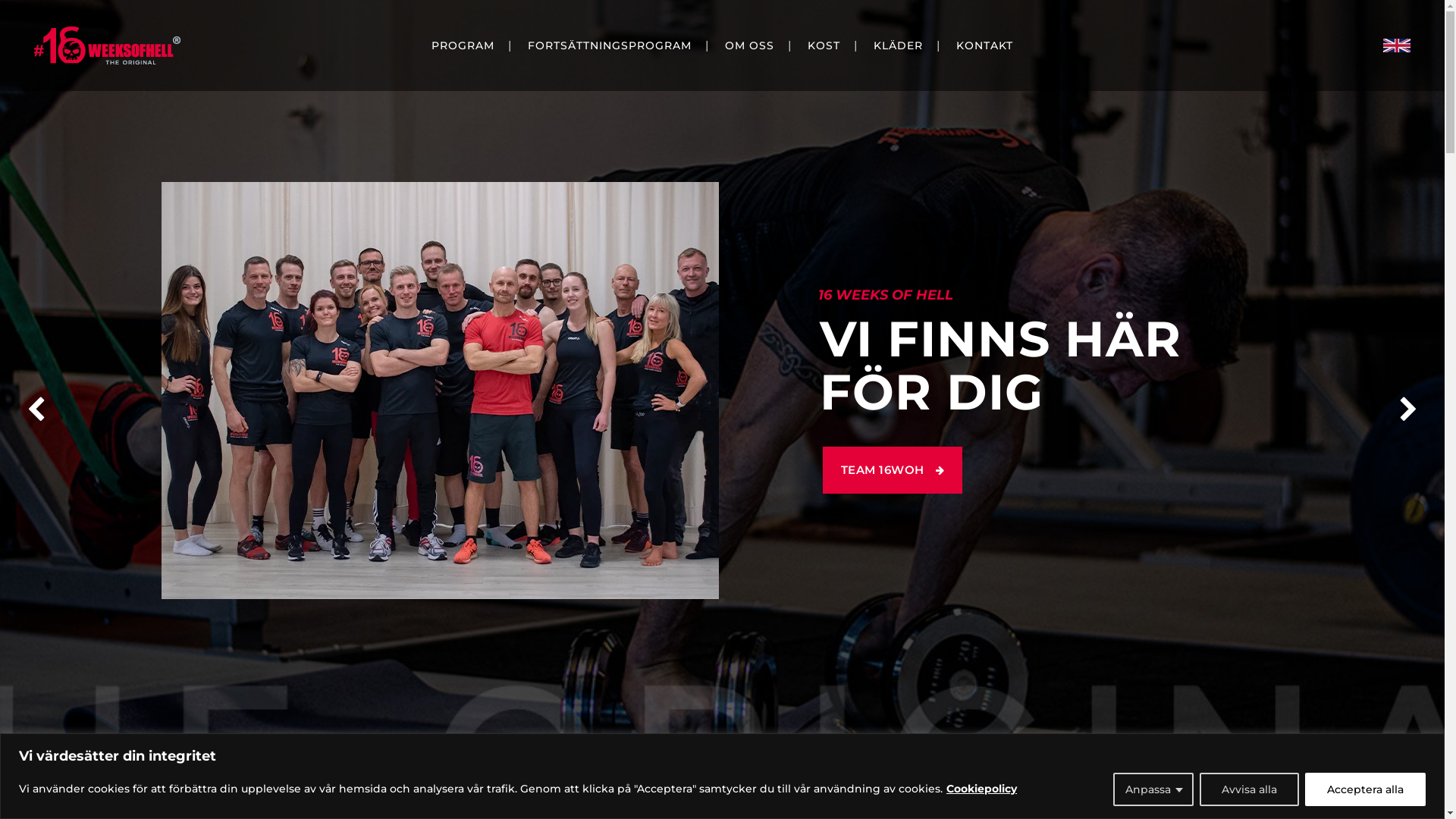 This screenshot has width=1456, height=819. What do you see at coordinates (1249, 788) in the screenshot?
I see `'Avvisa alla'` at bounding box center [1249, 788].